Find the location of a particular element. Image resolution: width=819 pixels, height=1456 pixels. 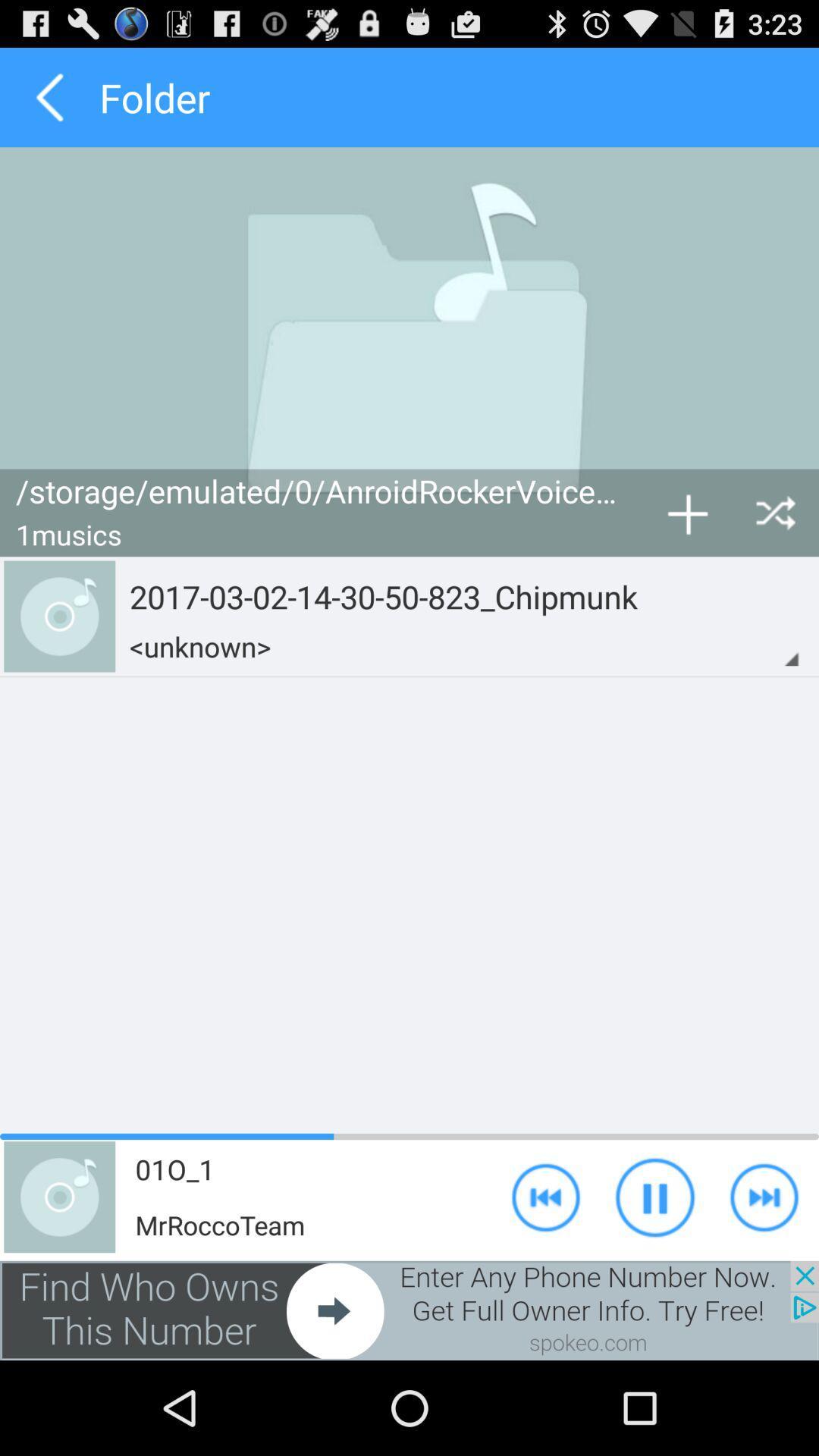

to find owner of the phone number name advertisement is located at coordinates (409, 1310).